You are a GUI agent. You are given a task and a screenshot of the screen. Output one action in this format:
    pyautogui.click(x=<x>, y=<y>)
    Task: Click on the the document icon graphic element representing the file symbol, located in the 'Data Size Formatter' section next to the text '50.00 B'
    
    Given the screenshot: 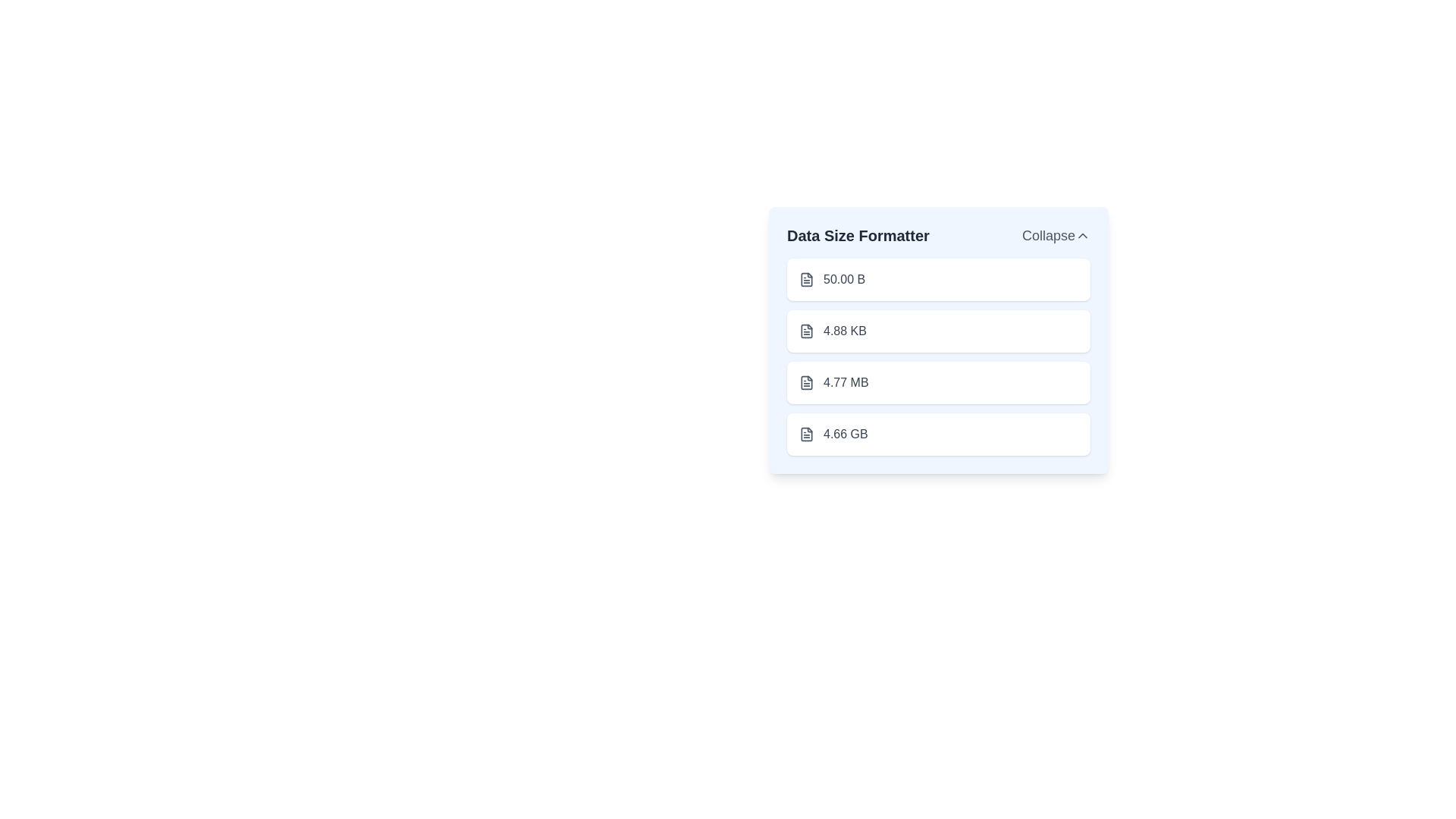 What is the action you would take?
    pyautogui.click(x=806, y=280)
    